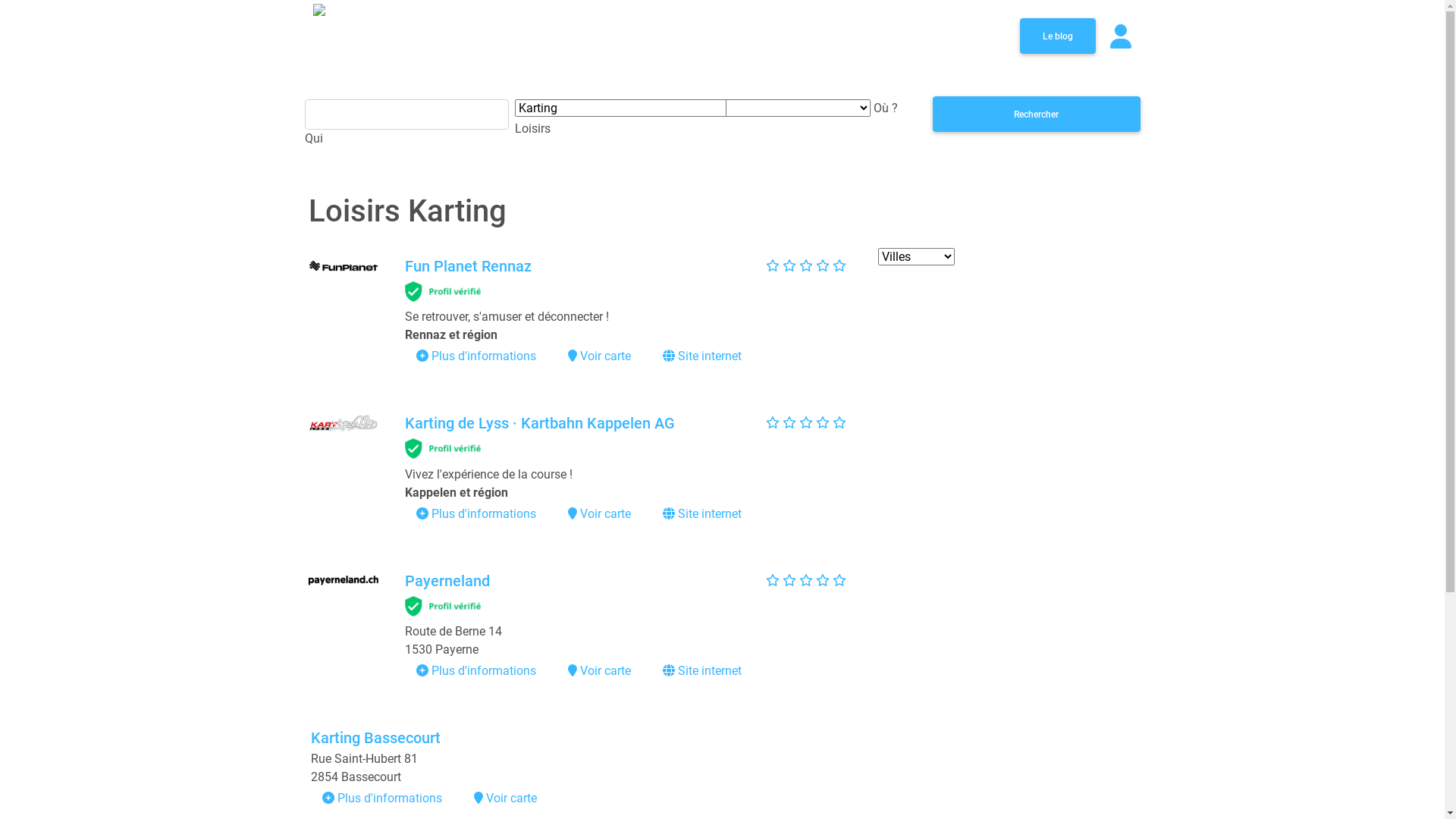 The width and height of the screenshot is (1456, 819). I want to click on 'Rechercher', so click(1036, 113).